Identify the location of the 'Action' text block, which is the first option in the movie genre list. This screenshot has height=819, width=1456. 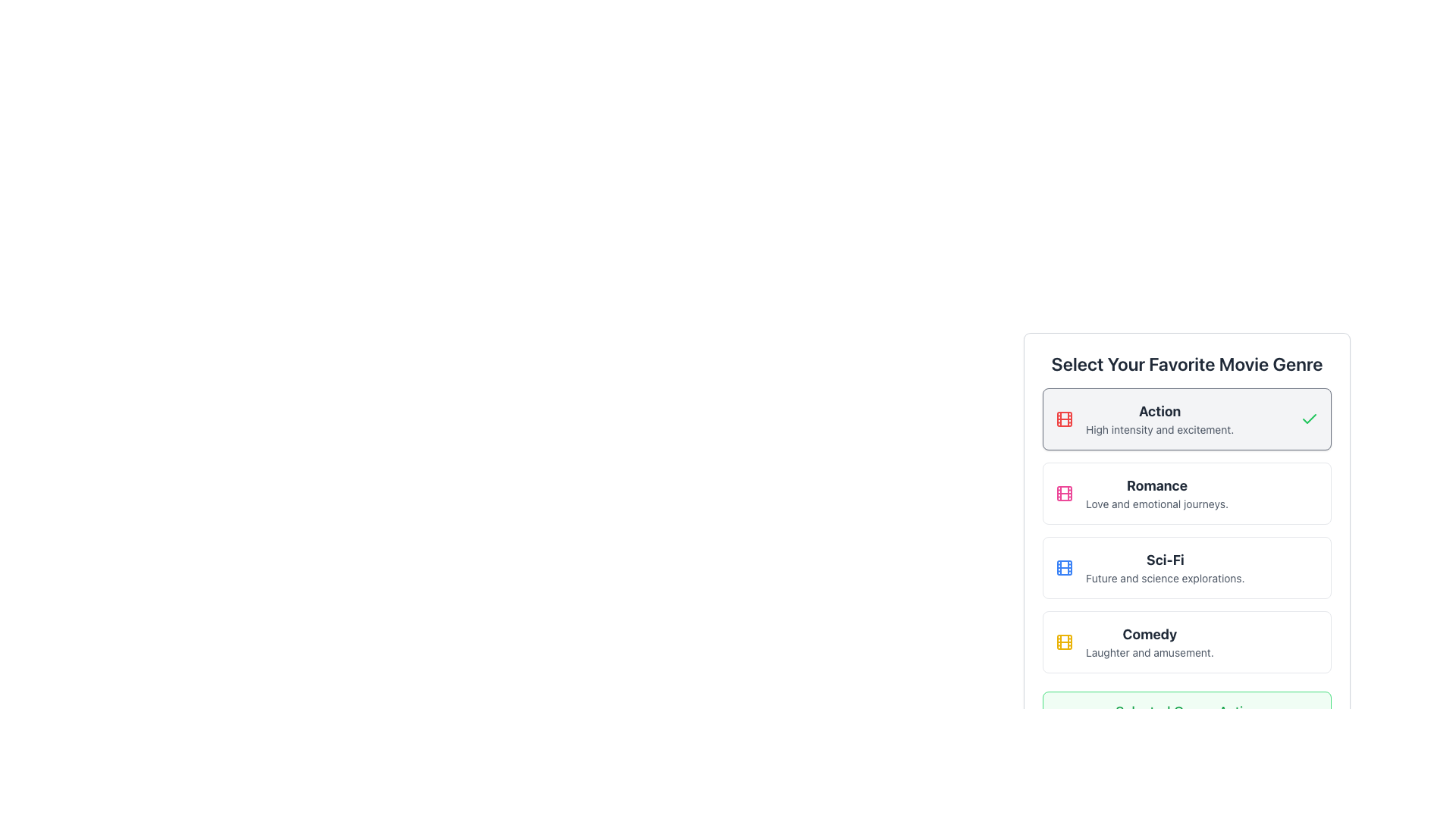
(1159, 419).